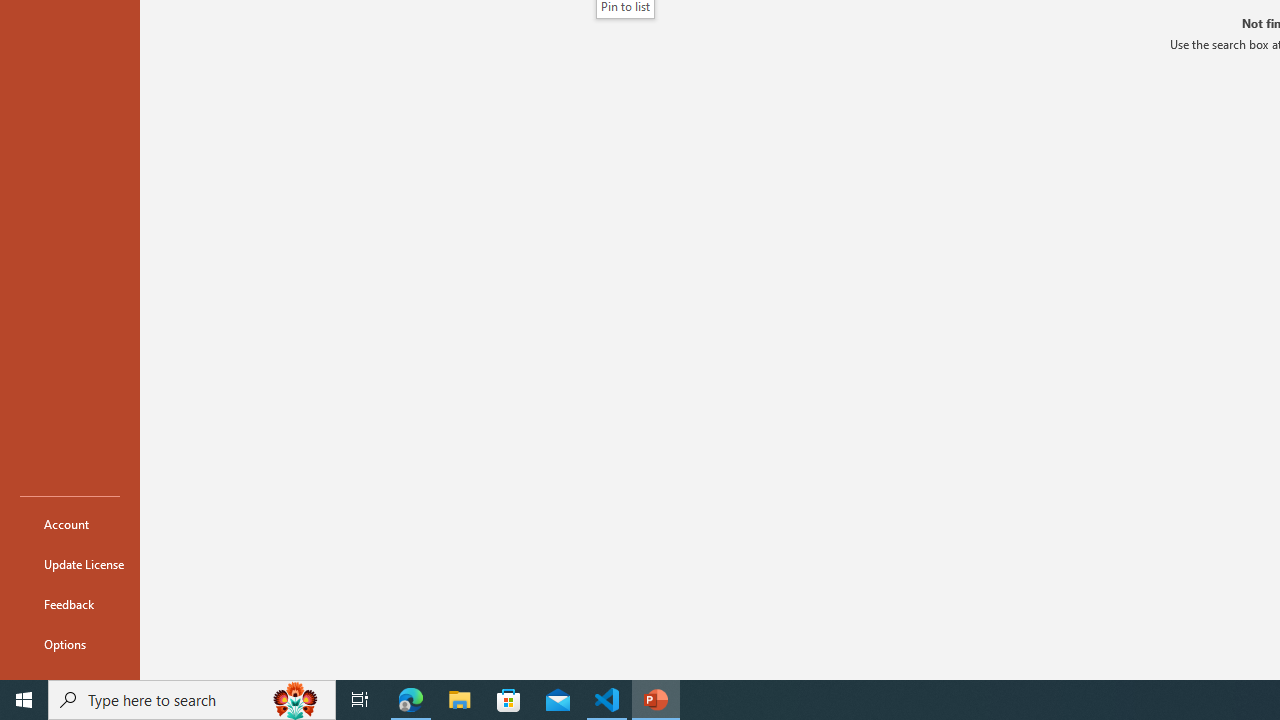 The image size is (1280, 720). Describe the element at coordinates (69, 644) in the screenshot. I see `'Options'` at that location.